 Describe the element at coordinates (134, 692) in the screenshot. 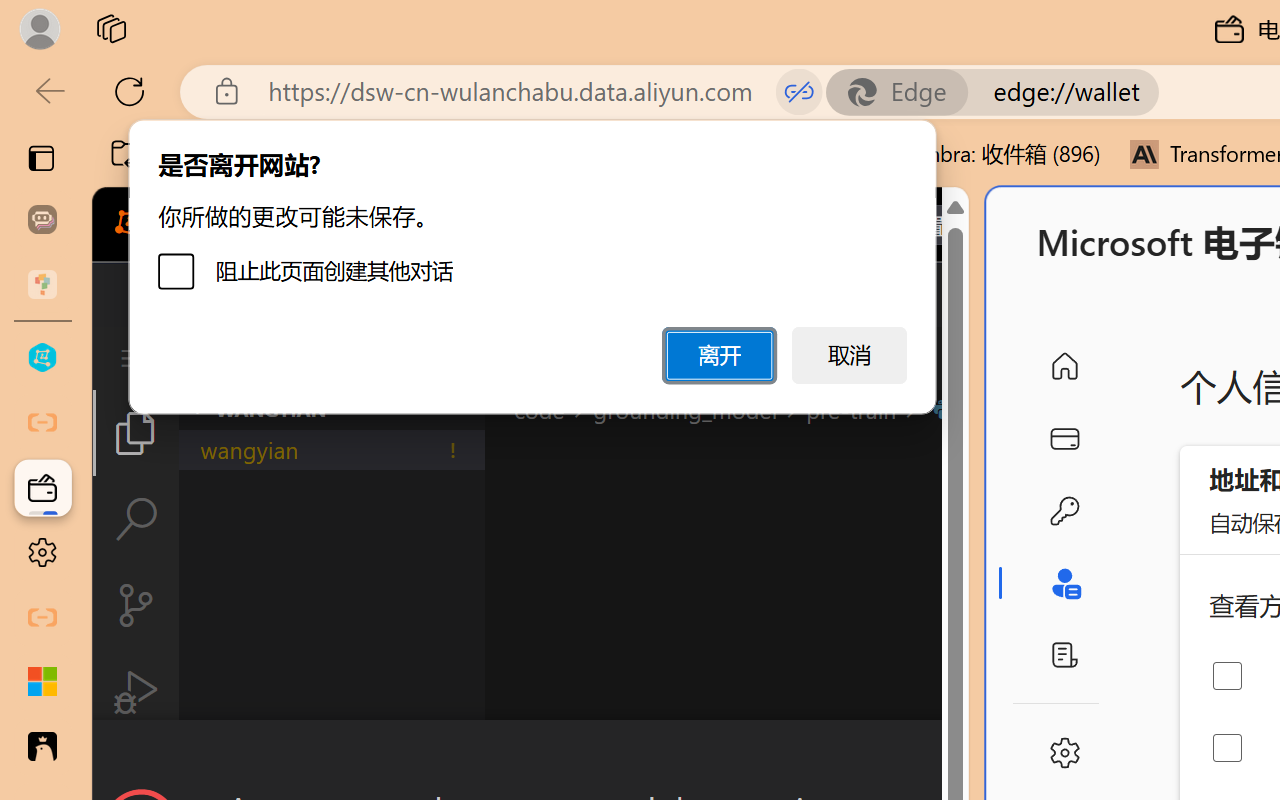

I see `'Run and Debug (Ctrl+Shift+D)'` at that location.